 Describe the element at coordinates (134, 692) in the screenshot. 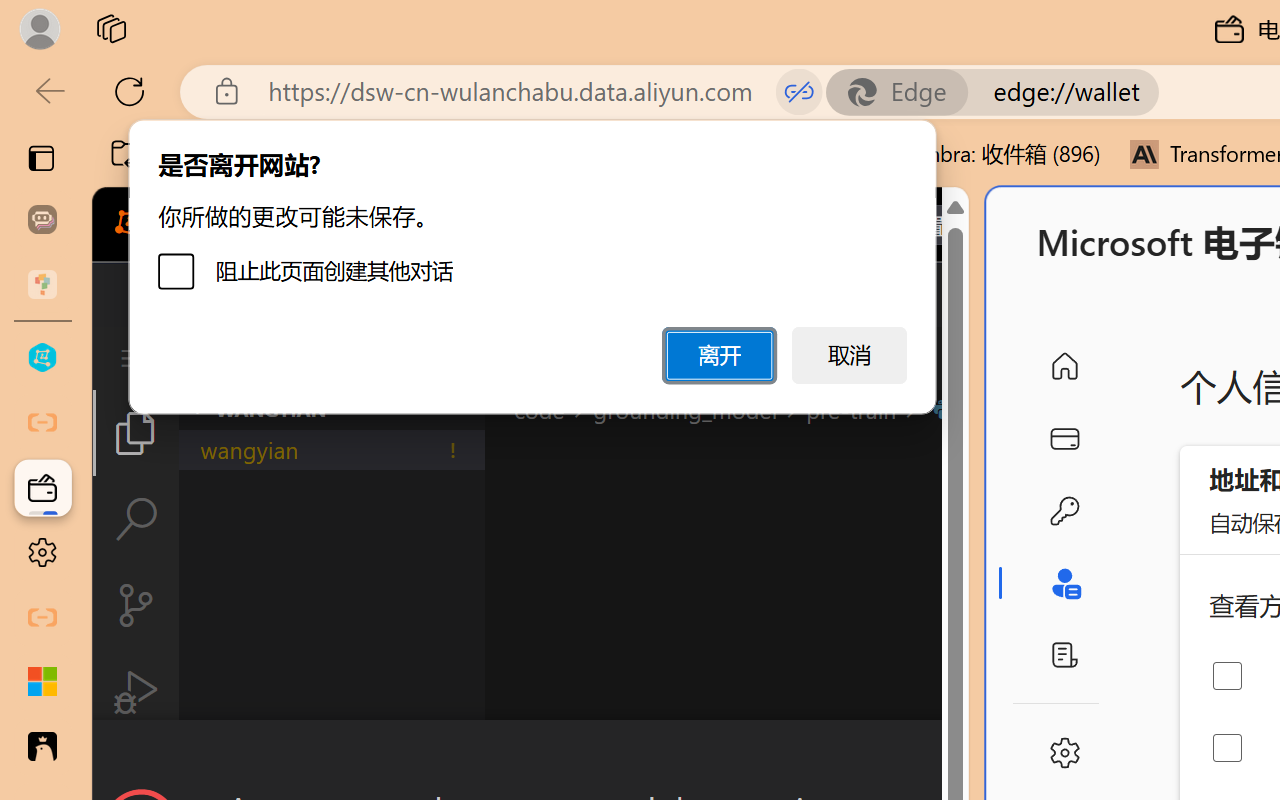

I see `'Run and Debug (Ctrl+Shift+D)'` at that location.